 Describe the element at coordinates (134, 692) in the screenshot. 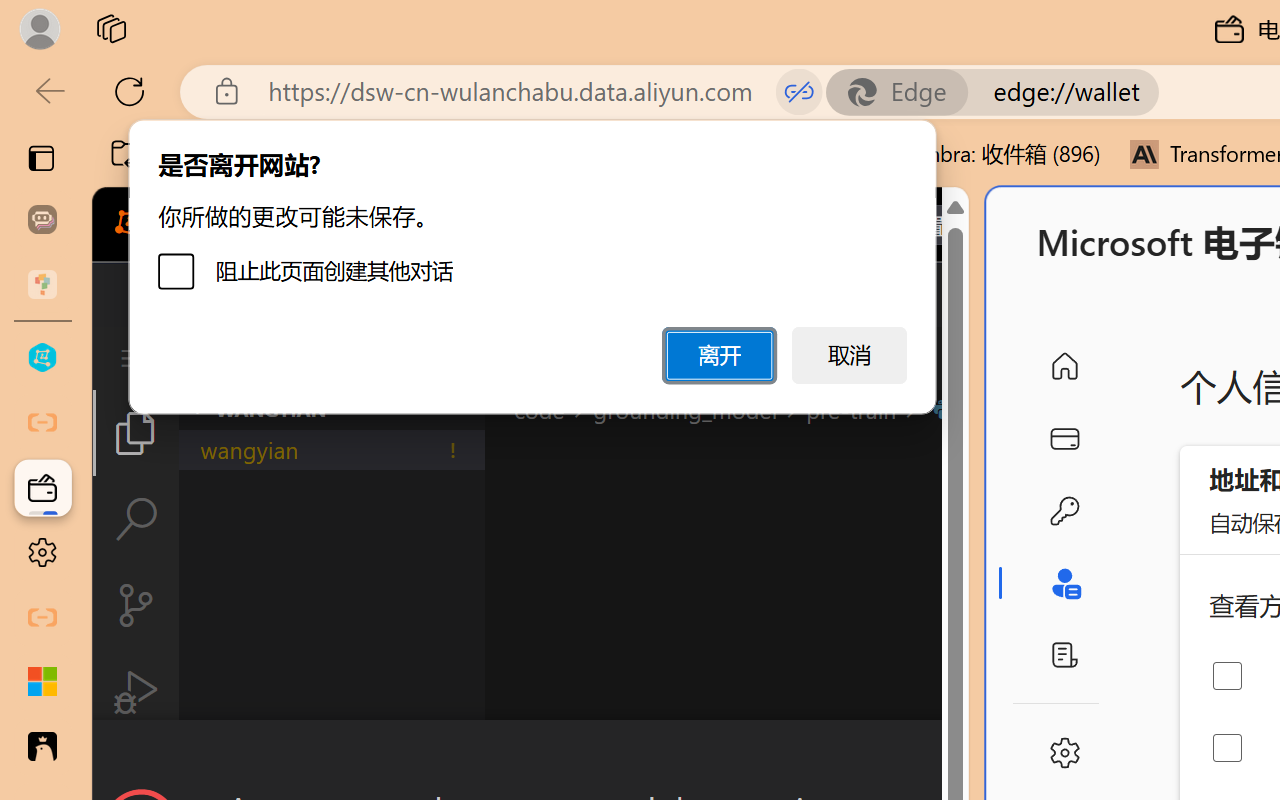

I see `'Run and Debug (Ctrl+Shift+D)'` at that location.